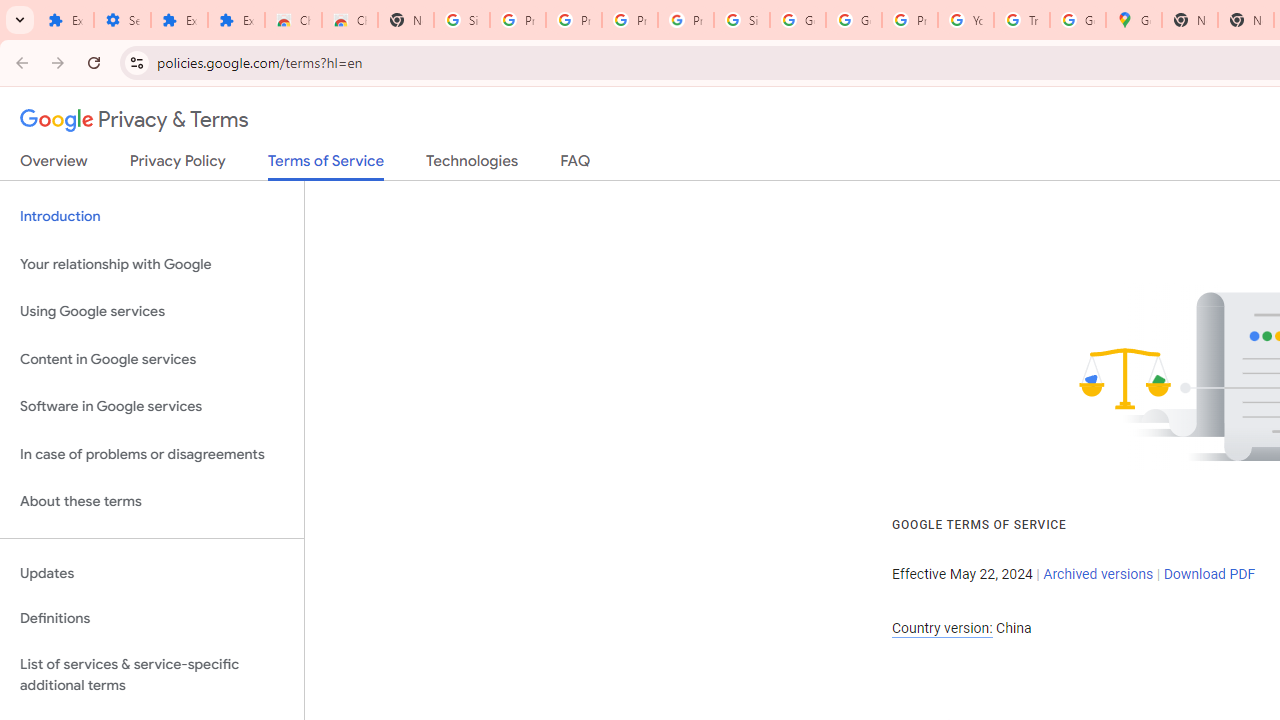  Describe the element at coordinates (461, 20) in the screenshot. I see `'Sign in - Google Accounts'` at that location.